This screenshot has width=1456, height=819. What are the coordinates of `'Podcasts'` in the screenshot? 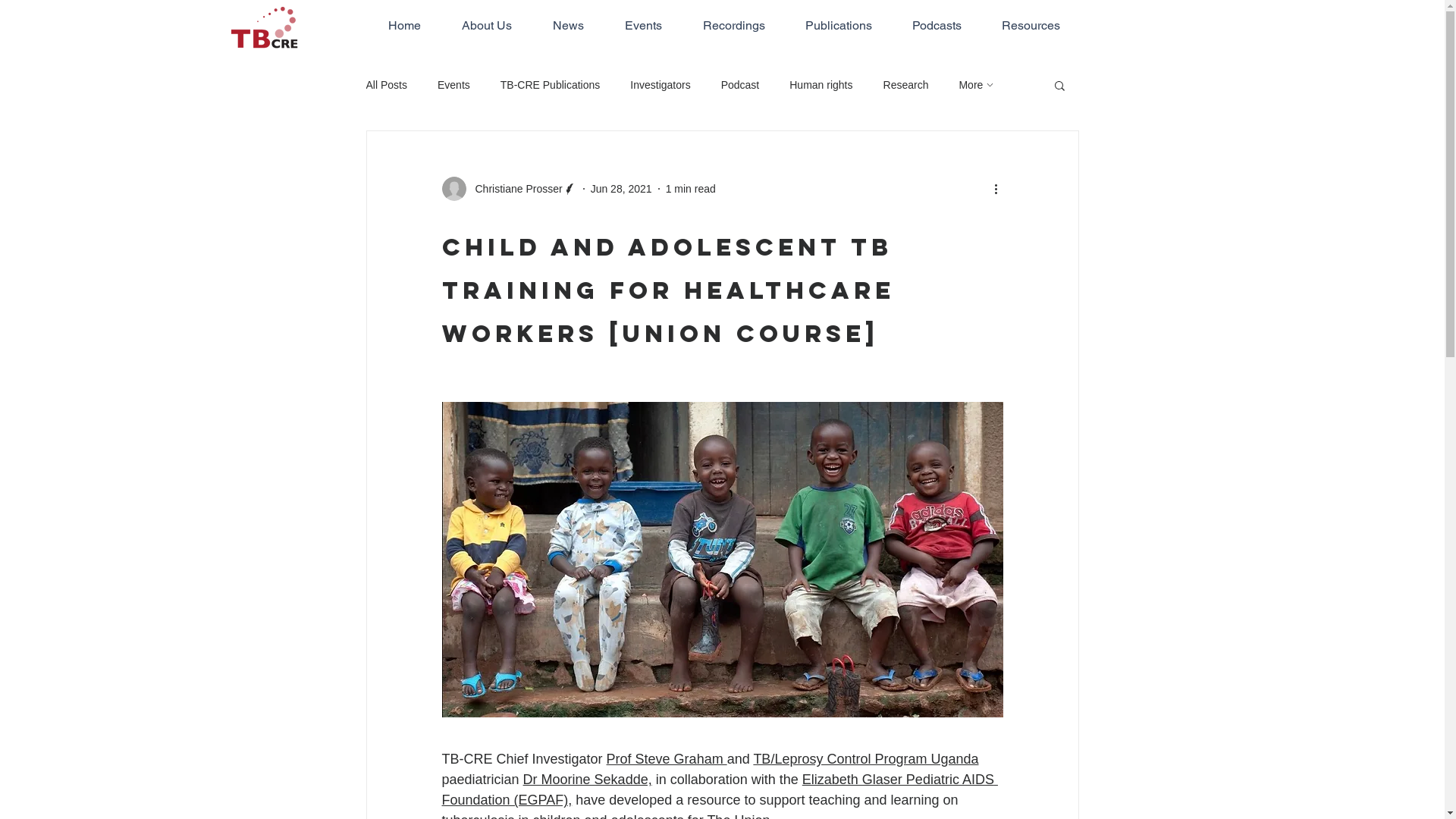 It's located at (935, 25).